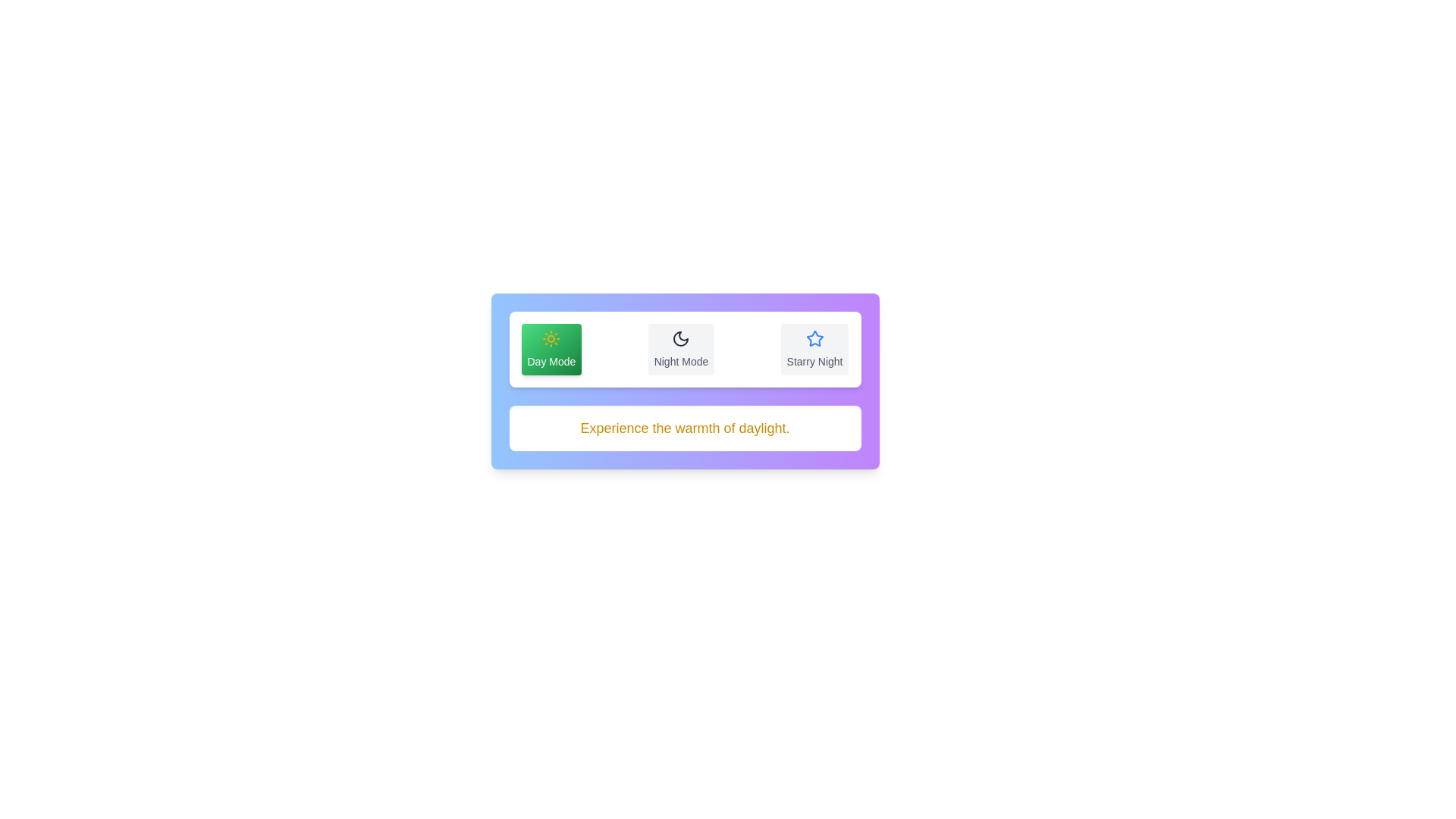 Image resolution: width=1456 pixels, height=819 pixels. Describe the element at coordinates (551, 338) in the screenshot. I see `the sun icon located at the center of the green 'Day Mode' button` at that location.